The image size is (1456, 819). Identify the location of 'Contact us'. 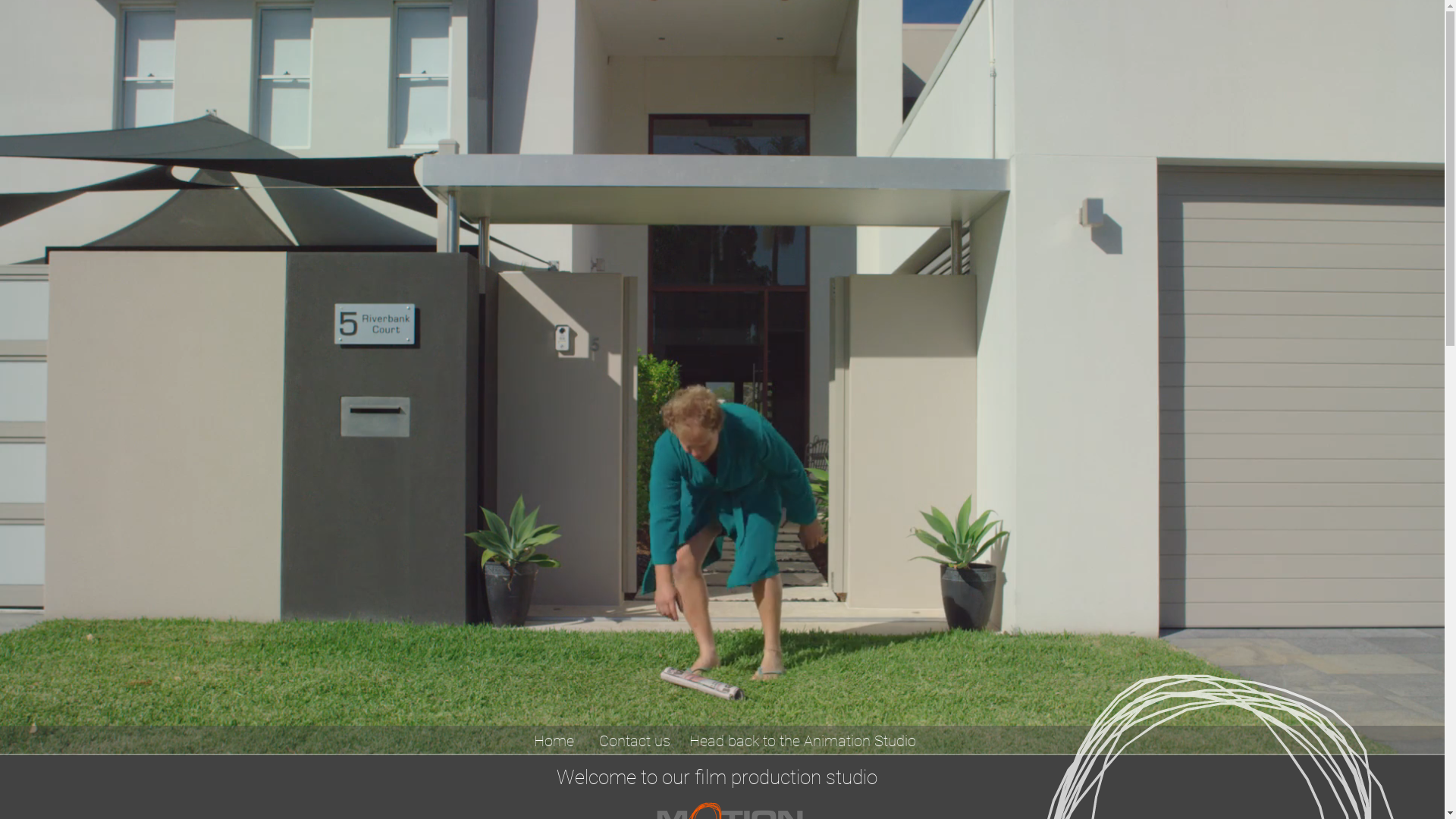
(588, 739).